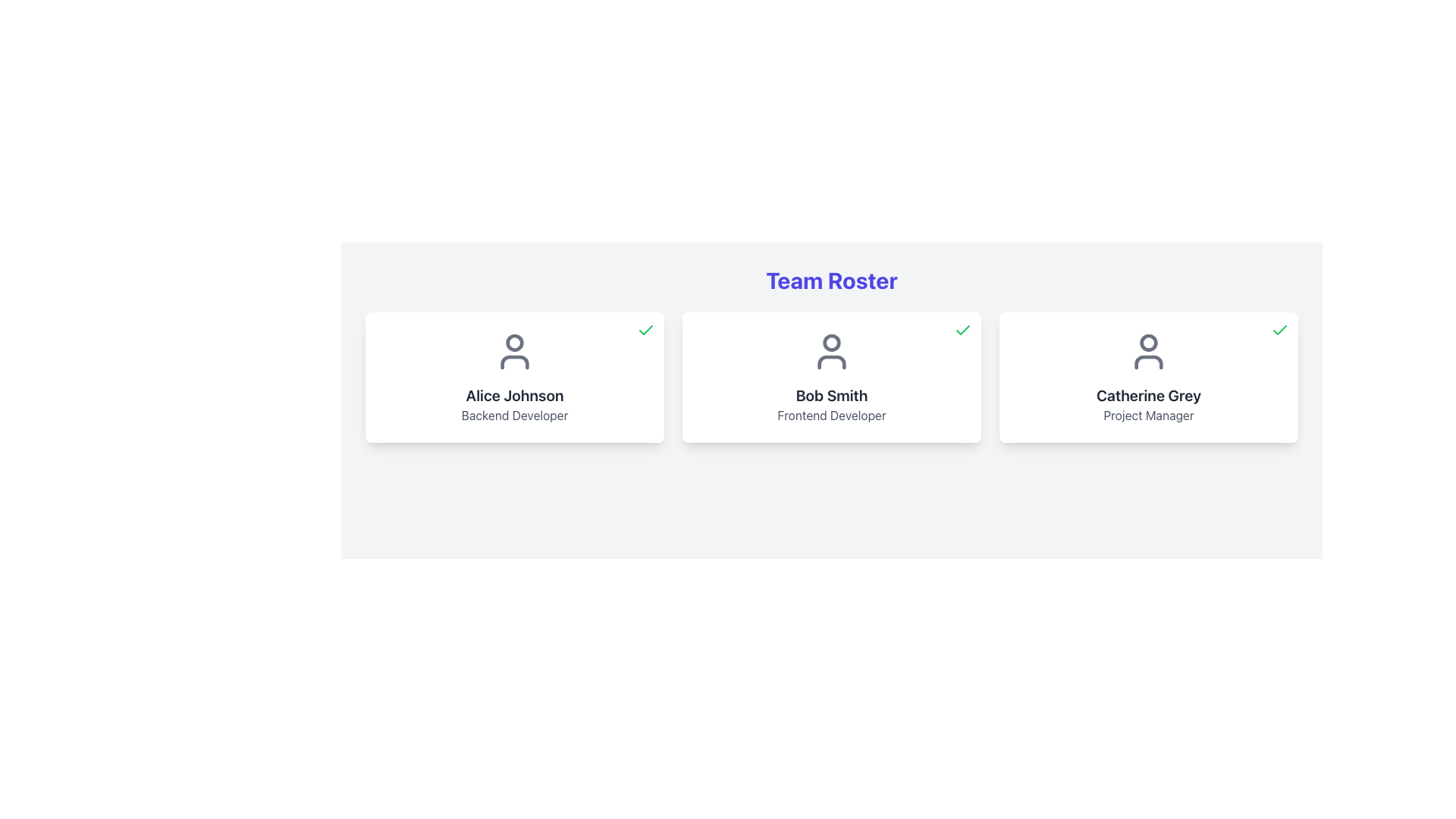 This screenshot has height=819, width=1456. What do you see at coordinates (1149, 351) in the screenshot?
I see `the decorative icon representing the user 'Catherine Grey', located at the top center of the card titled 'Catherine Grey' and subtitled 'Project Manager'` at bounding box center [1149, 351].